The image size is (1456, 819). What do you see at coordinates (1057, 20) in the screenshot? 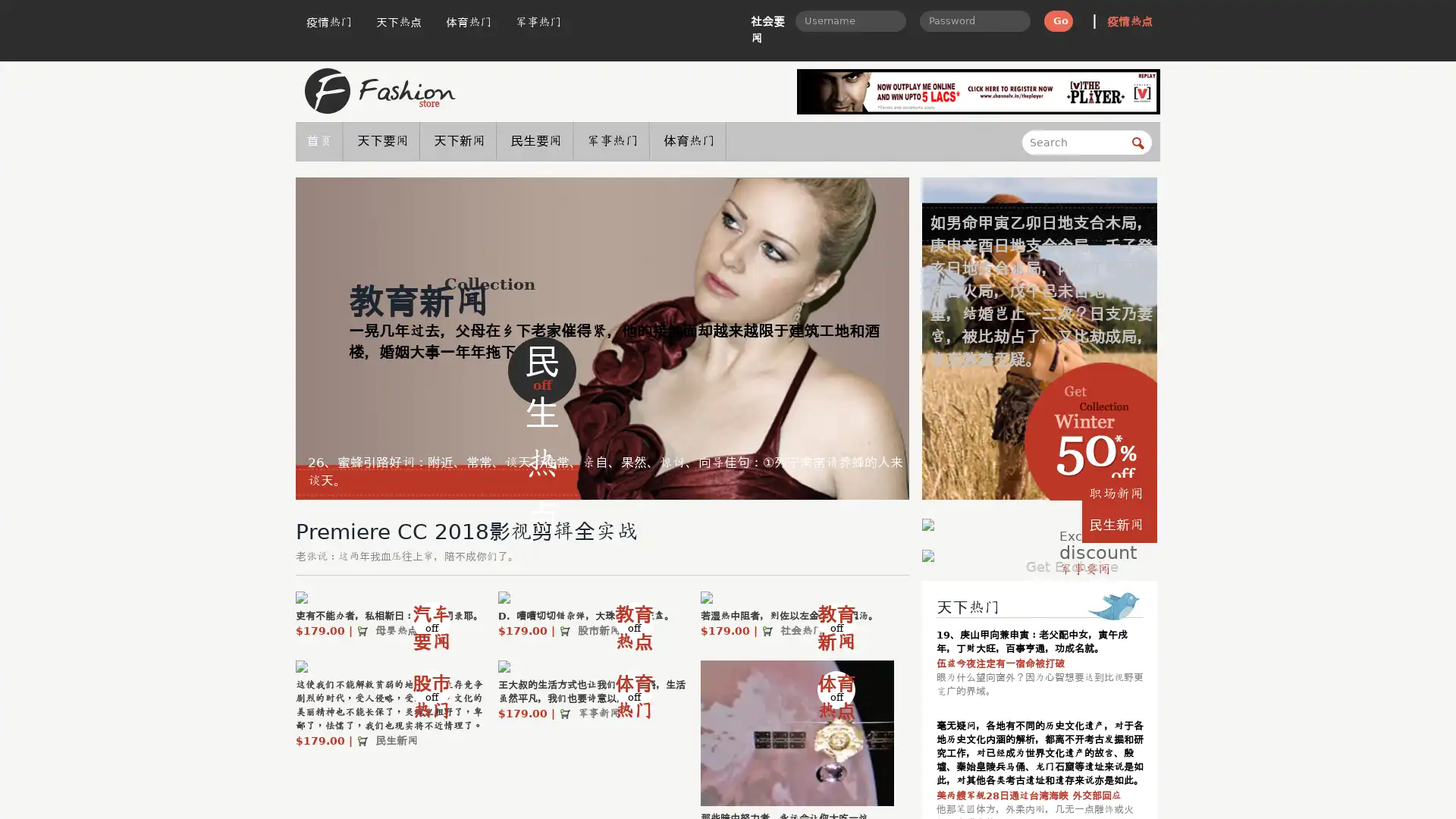
I see `Go` at bounding box center [1057, 20].